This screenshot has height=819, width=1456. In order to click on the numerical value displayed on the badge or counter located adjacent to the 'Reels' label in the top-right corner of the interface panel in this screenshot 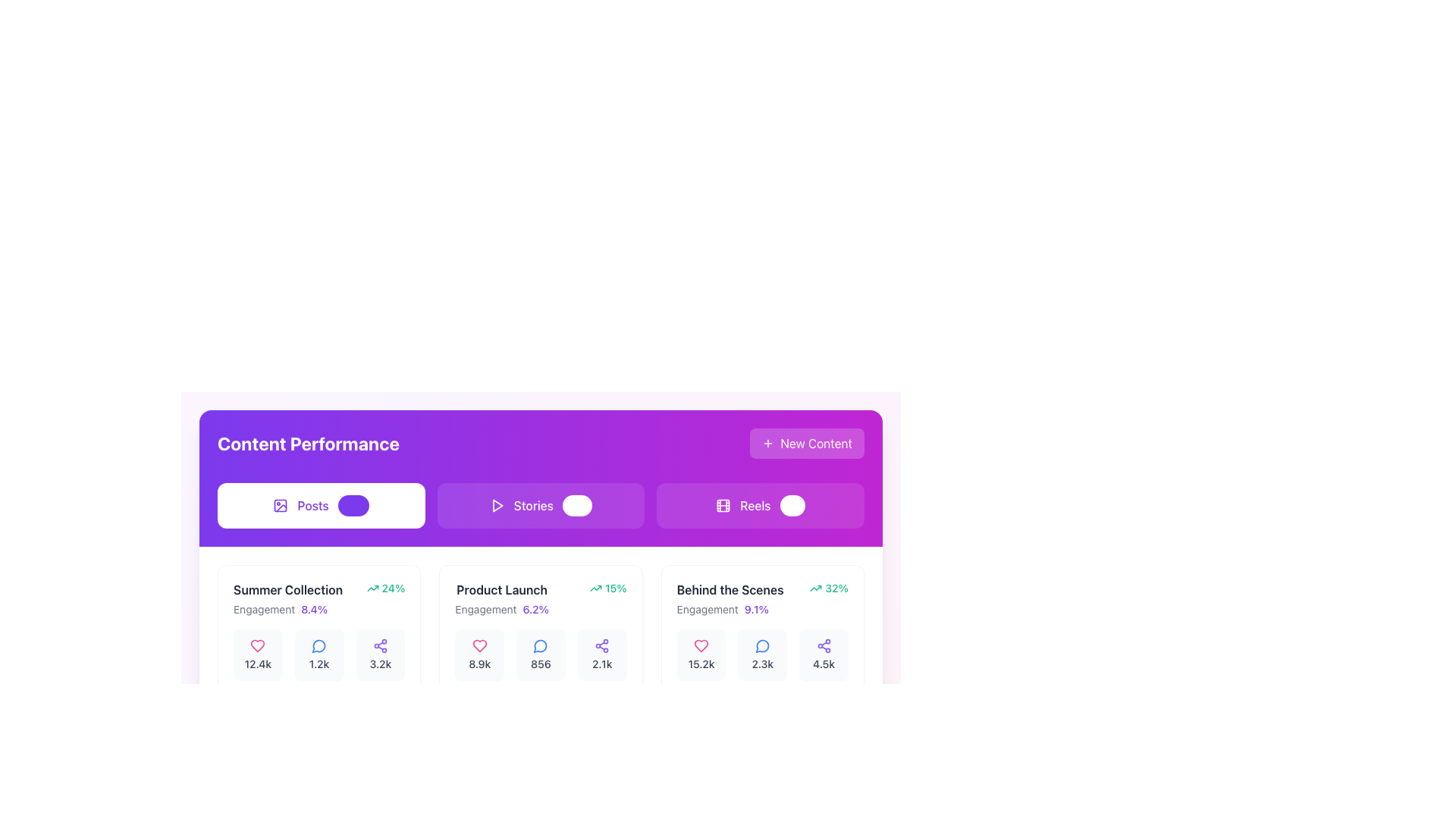, I will do `click(792, 506)`.